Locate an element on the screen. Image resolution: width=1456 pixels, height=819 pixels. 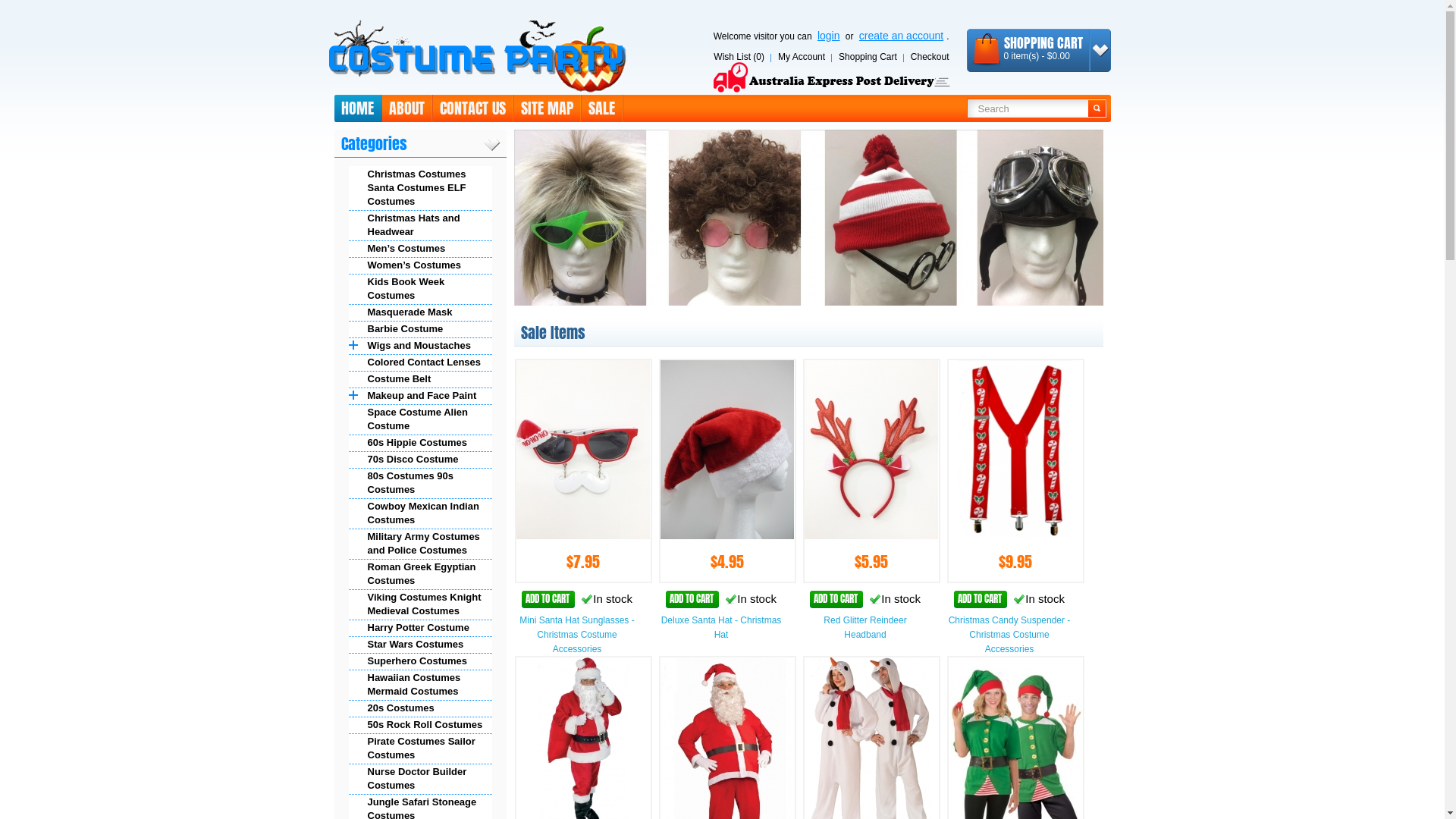
'Star Wars Costumes' is located at coordinates (420, 644).